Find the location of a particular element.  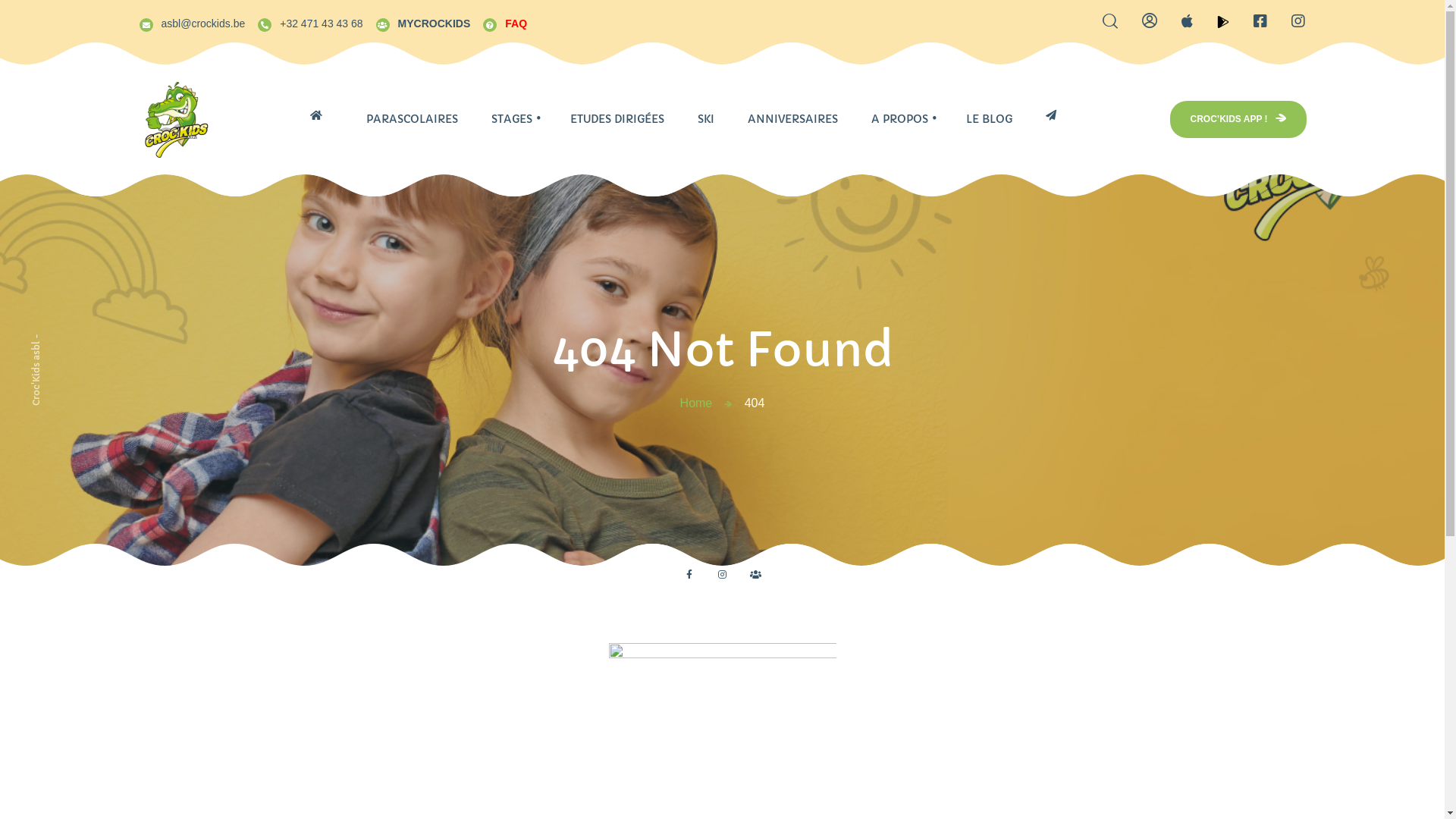

'SKI' is located at coordinates (705, 118).